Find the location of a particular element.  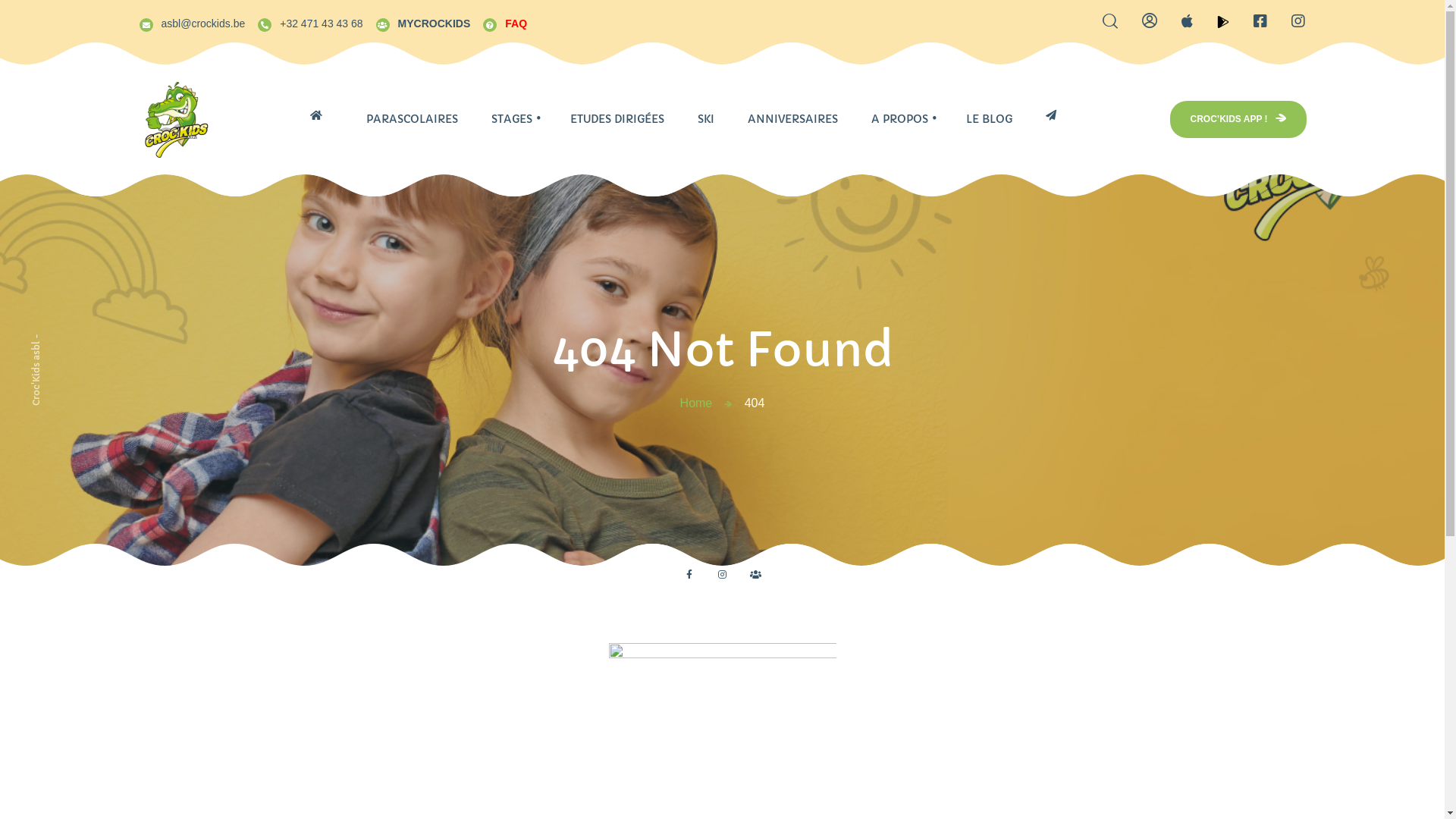

'SKI' is located at coordinates (705, 118).